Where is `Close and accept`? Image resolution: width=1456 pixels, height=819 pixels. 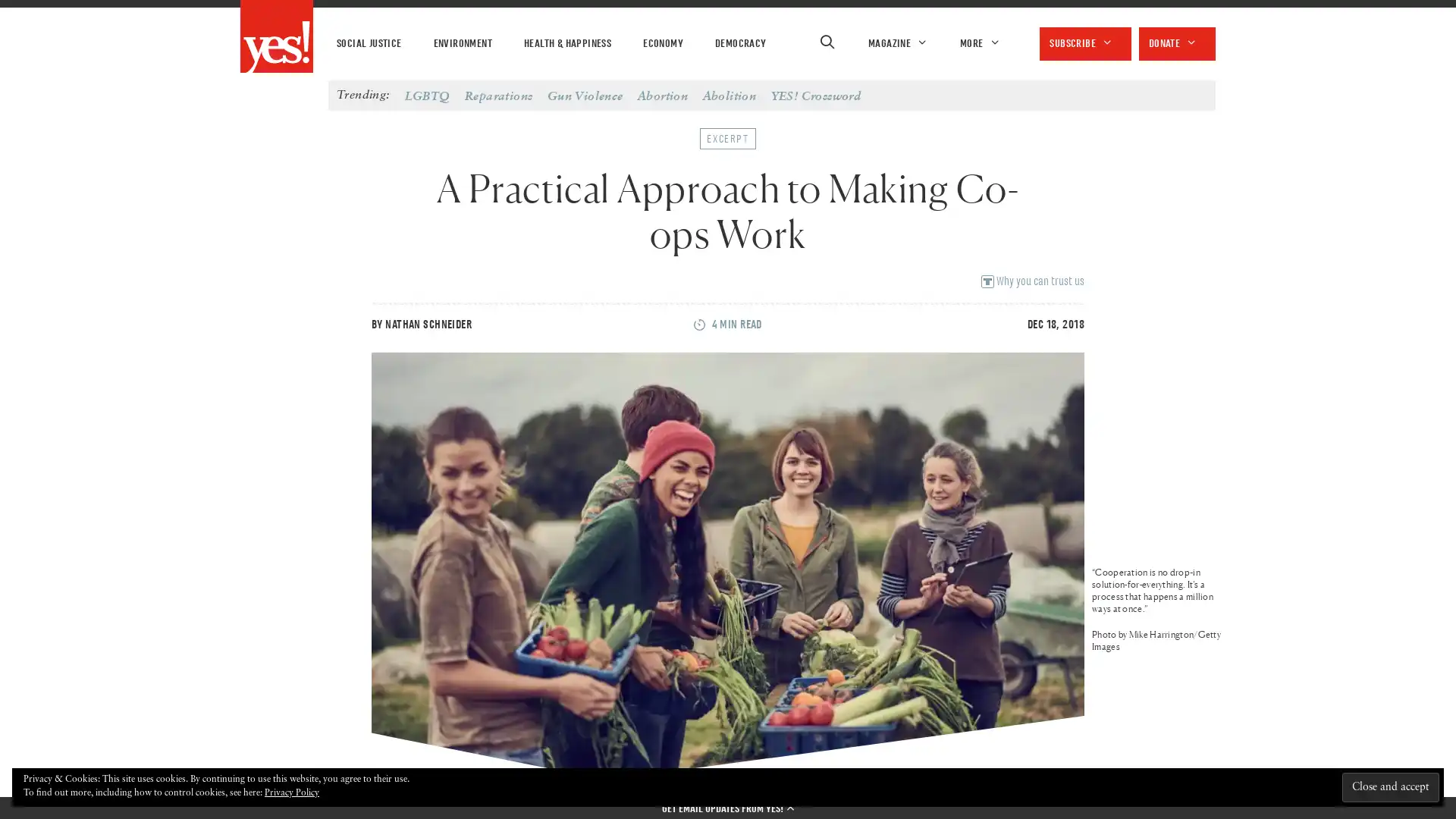
Close and accept is located at coordinates (1394, 775).